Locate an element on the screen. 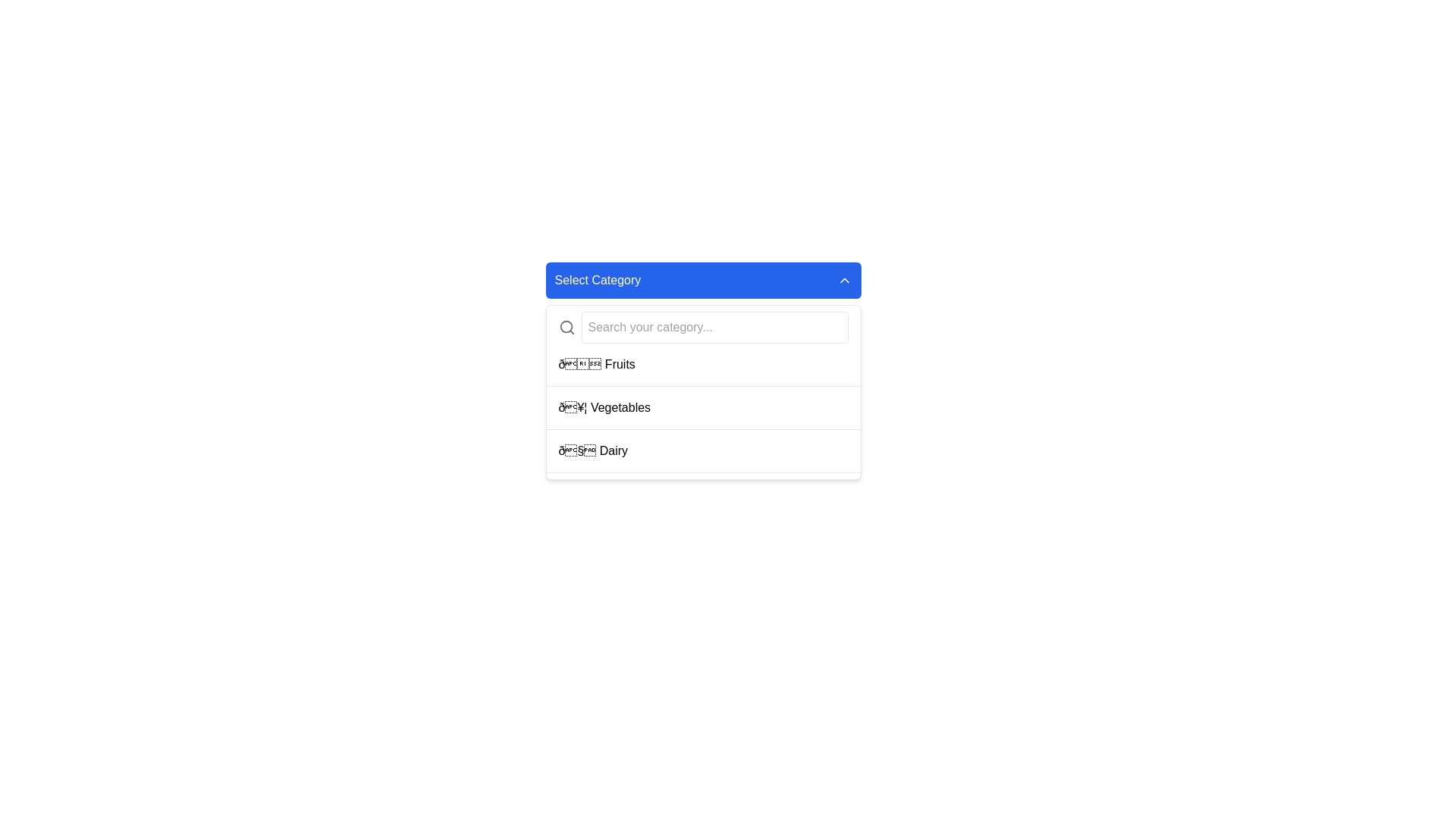 The width and height of the screenshot is (1456, 819). the 'Vegetables' option in the dropdown menu located beneath the title 'Select Category', which is the second item listed is located at coordinates (604, 406).